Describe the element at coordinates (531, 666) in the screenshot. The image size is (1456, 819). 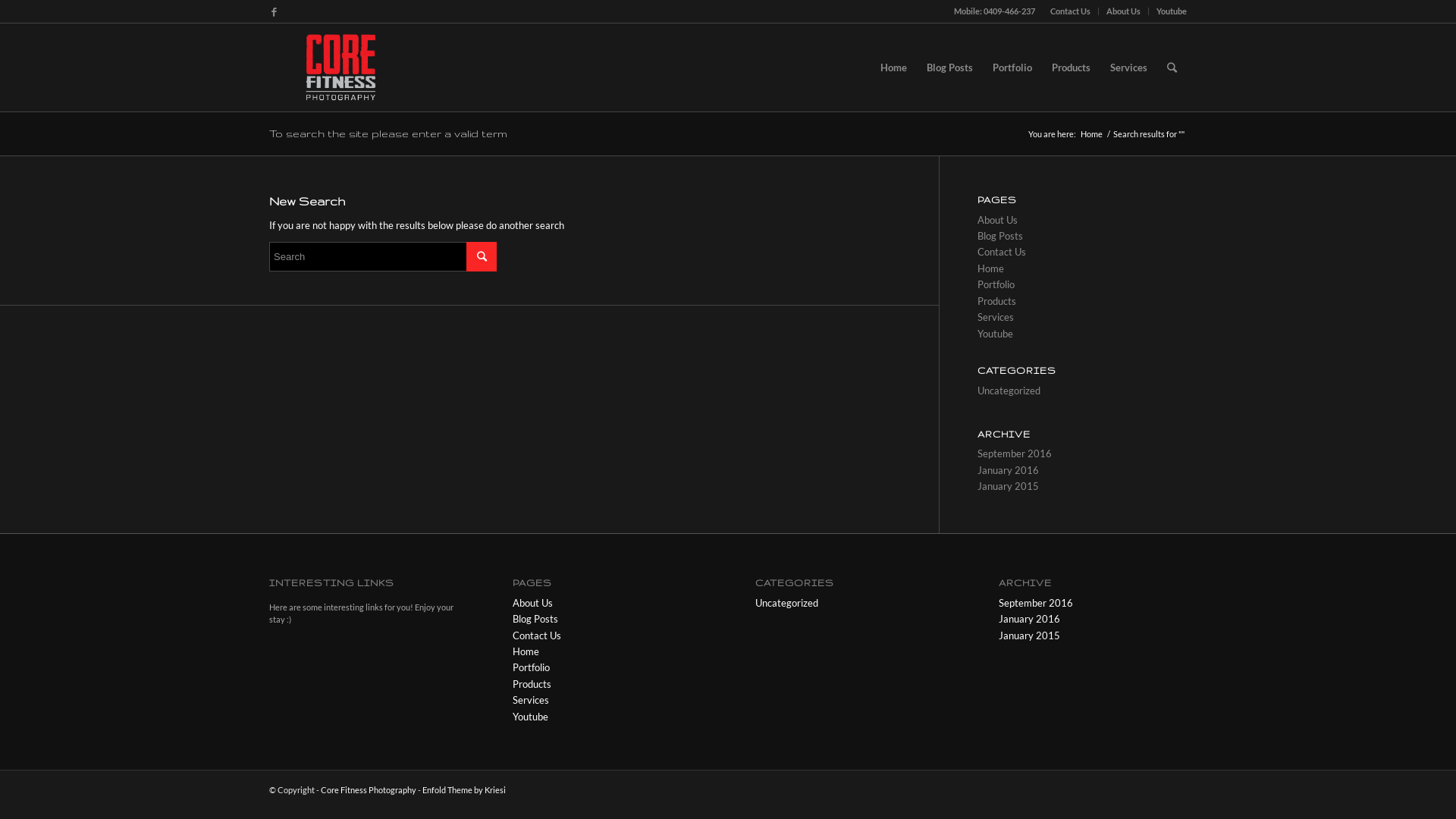
I see `'Portfolio'` at that location.